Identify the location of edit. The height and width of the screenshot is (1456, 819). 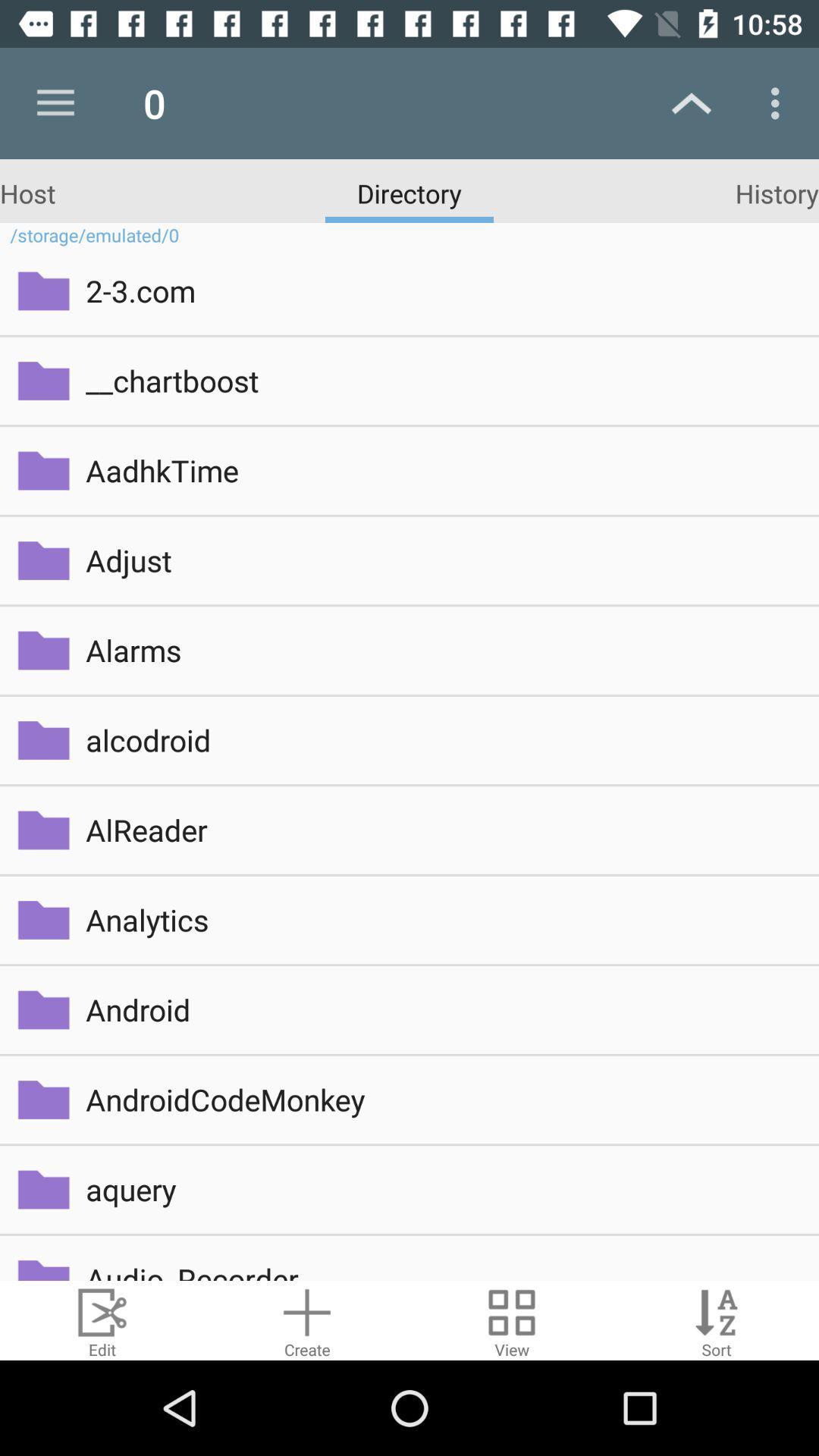
(102, 1319).